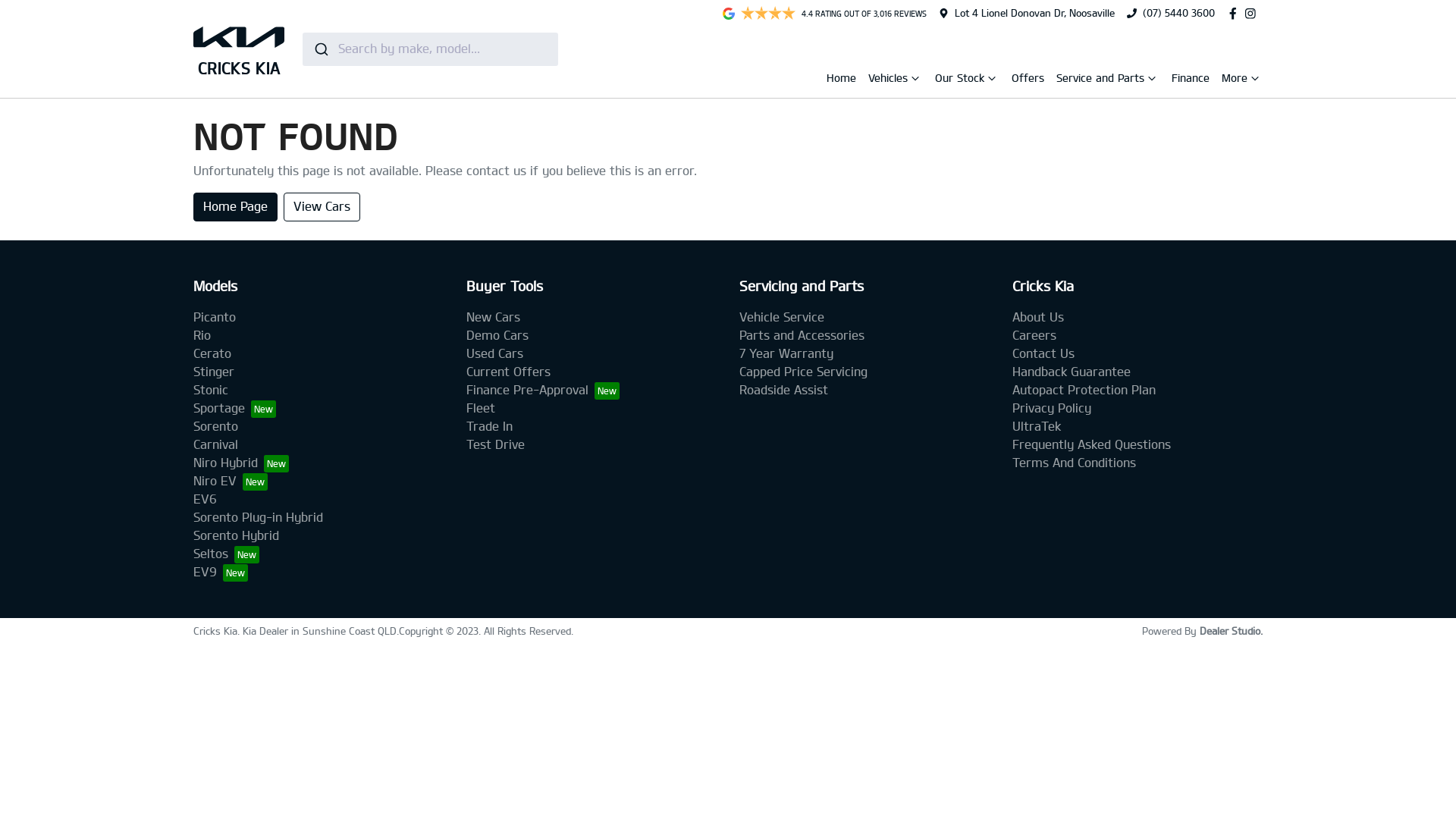  What do you see at coordinates (192, 407) in the screenshot?
I see `'Sportage'` at bounding box center [192, 407].